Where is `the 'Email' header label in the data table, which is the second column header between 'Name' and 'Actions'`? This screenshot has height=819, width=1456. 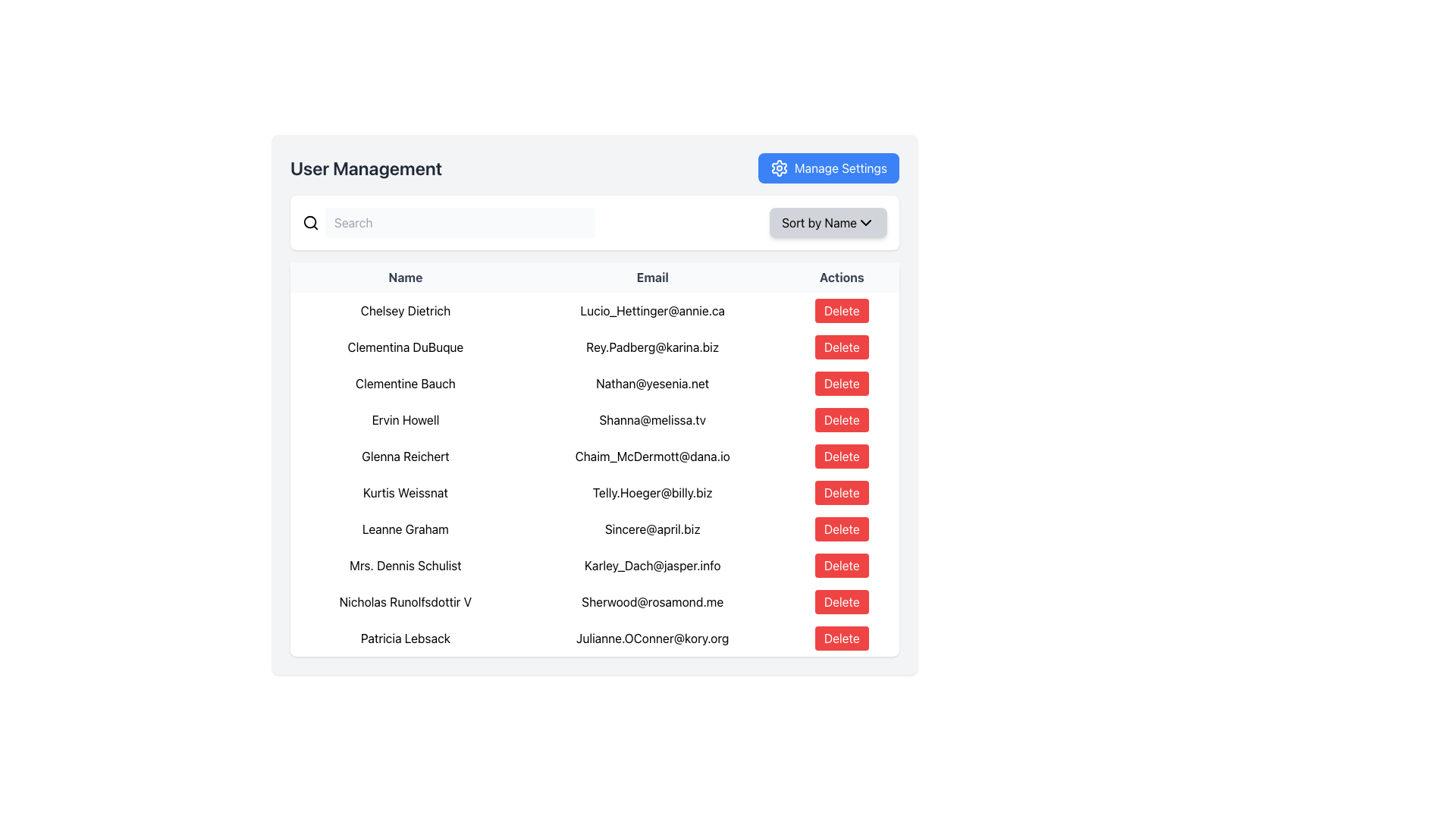
the 'Email' header label in the data table, which is the second column header between 'Name' and 'Actions' is located at coordinates (652, 278).